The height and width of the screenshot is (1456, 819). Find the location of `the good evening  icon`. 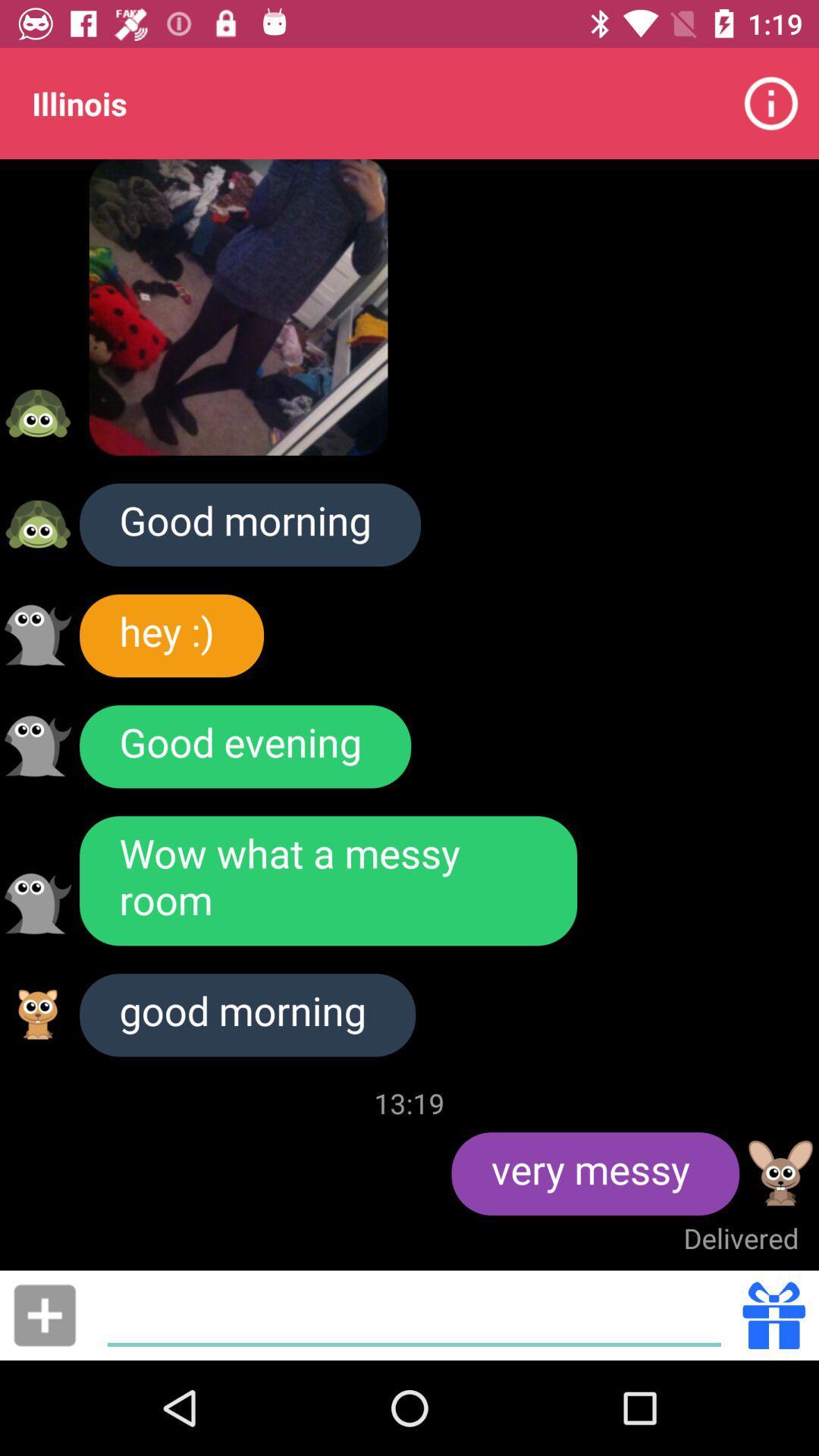

the good evening  icon is located at coordinates (244, 746).